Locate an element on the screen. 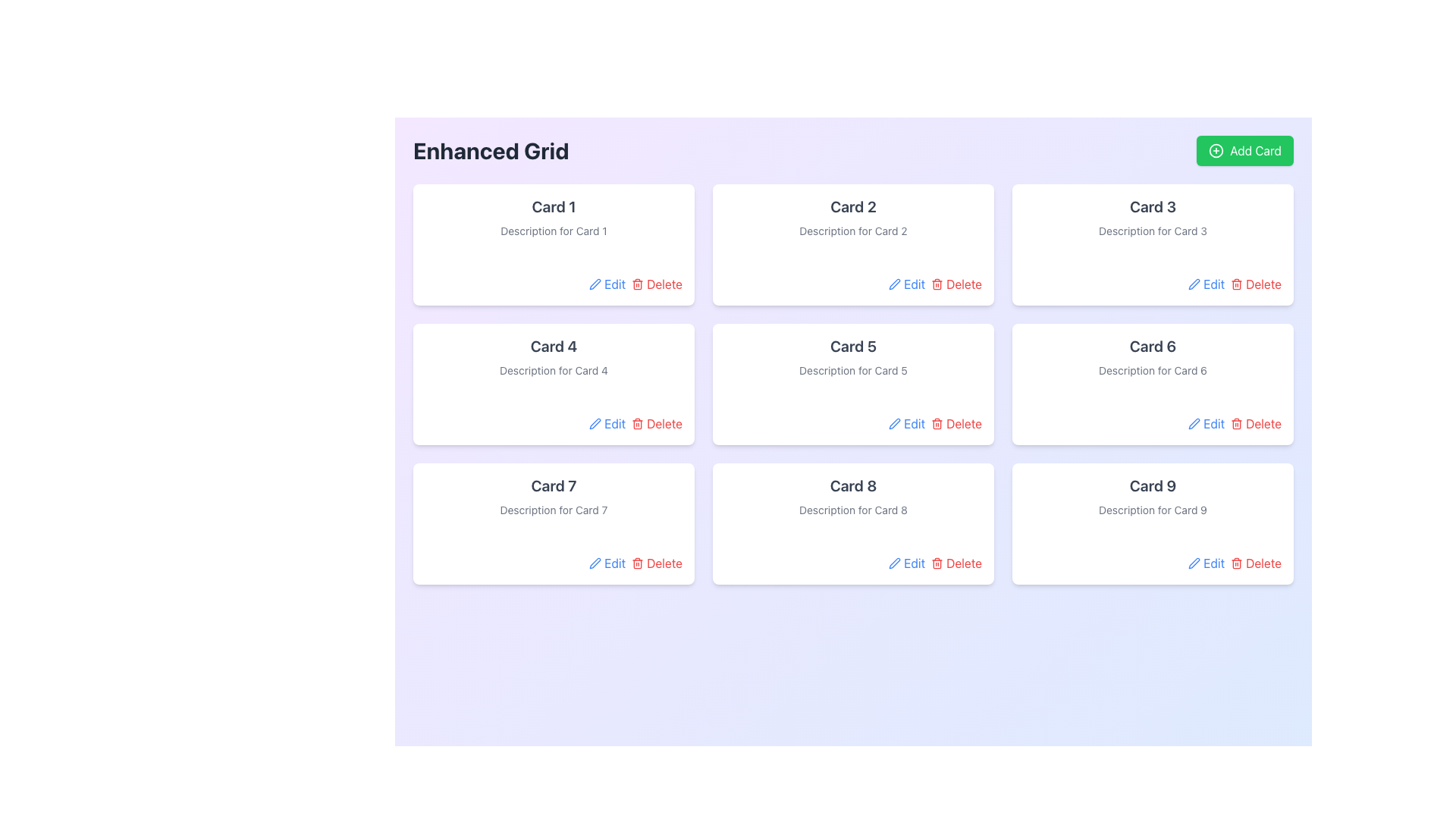 This screenshot has width=1456, height=819. the interactive text link with icon located to the immediate left of the 'Delete' button in the actions row beneath 'Card 9' is located at coordinates (1205, 563).